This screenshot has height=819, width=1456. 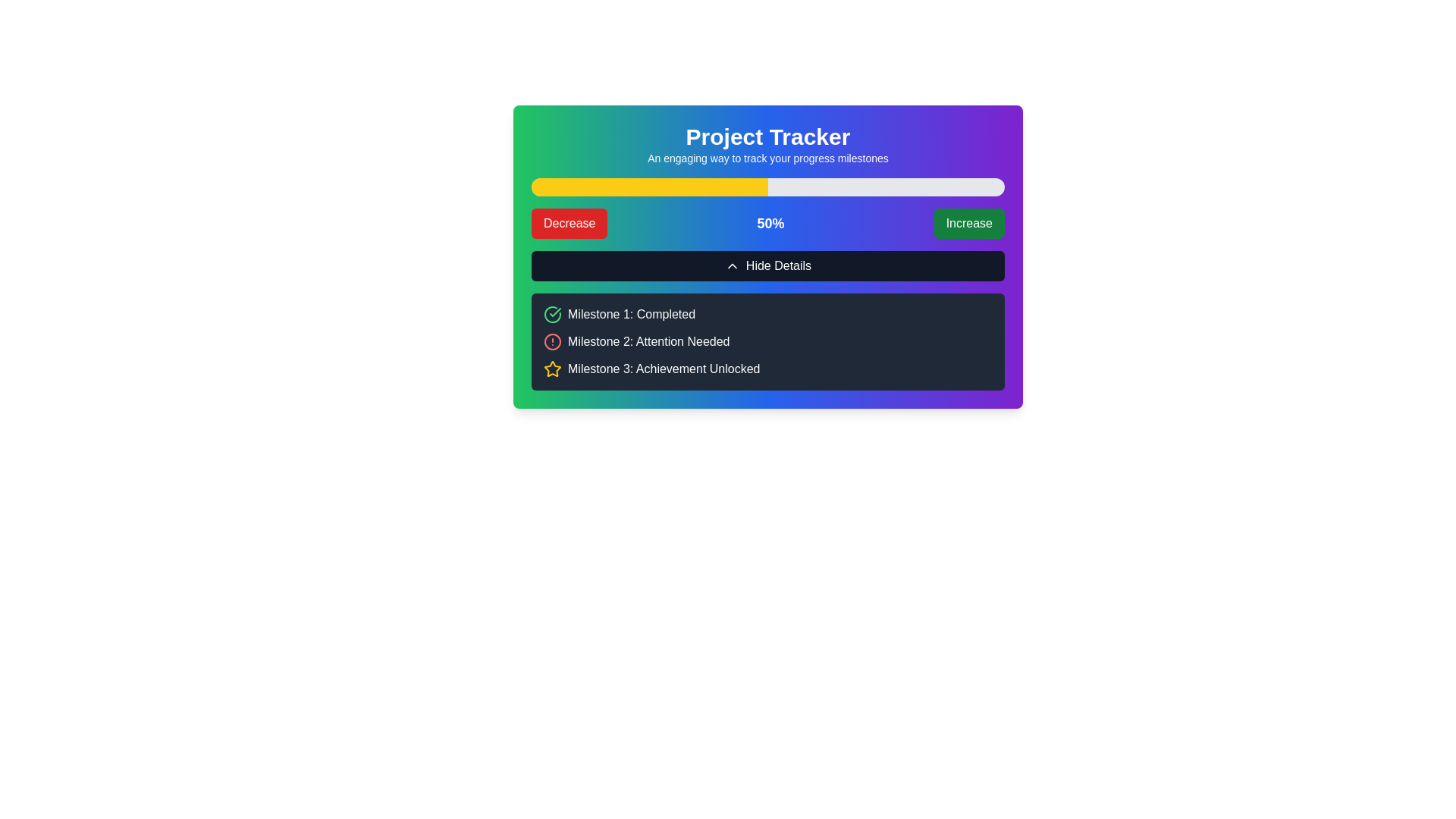 I want to click on the green 'Increase' button, so click(x=968, y=223).